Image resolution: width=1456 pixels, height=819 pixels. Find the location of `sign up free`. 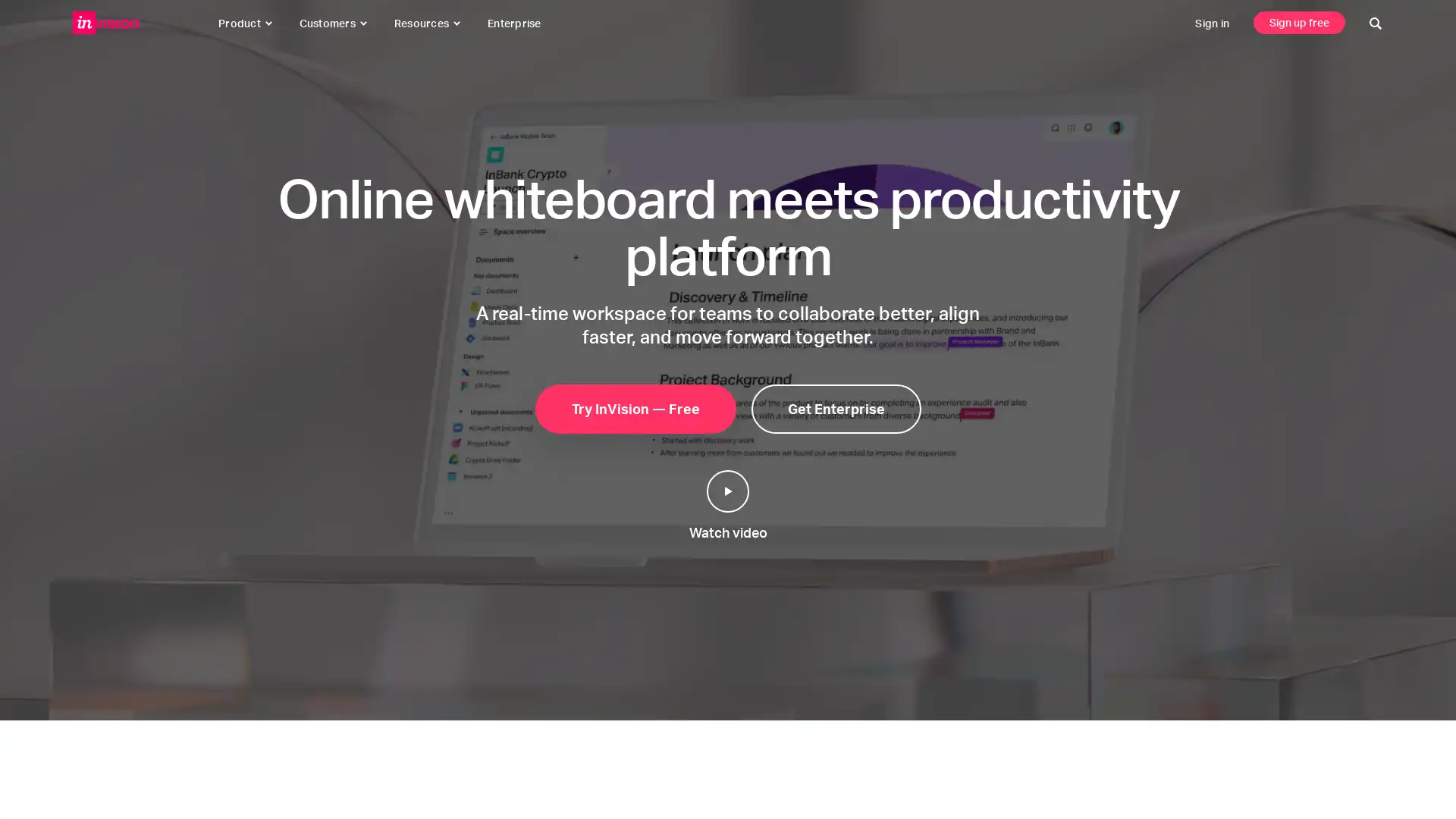

sign up free is located at coordinates (1298, 22).